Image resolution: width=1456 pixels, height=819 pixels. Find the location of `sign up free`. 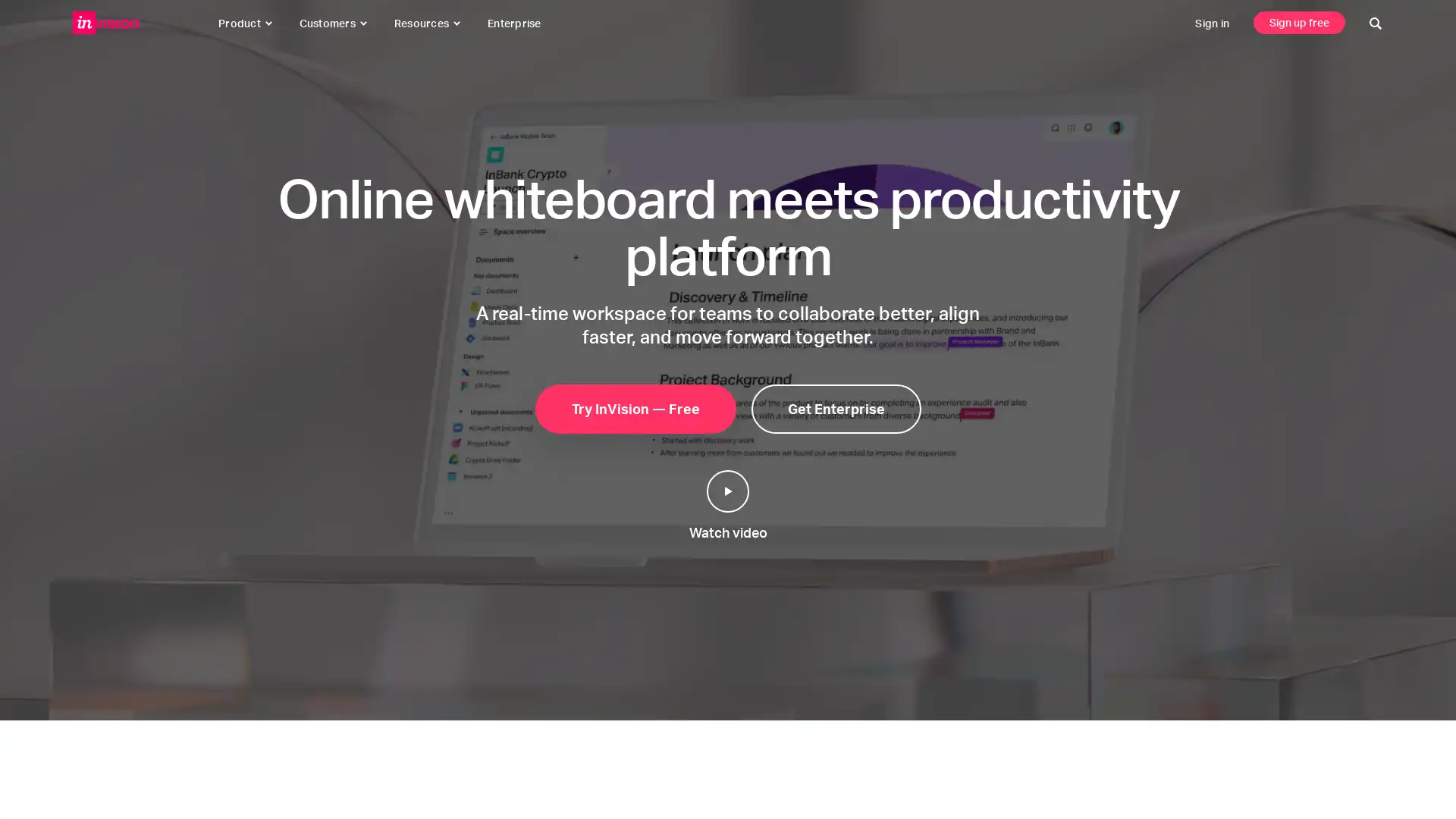

sign up free is located at coordinates (1298, 22).